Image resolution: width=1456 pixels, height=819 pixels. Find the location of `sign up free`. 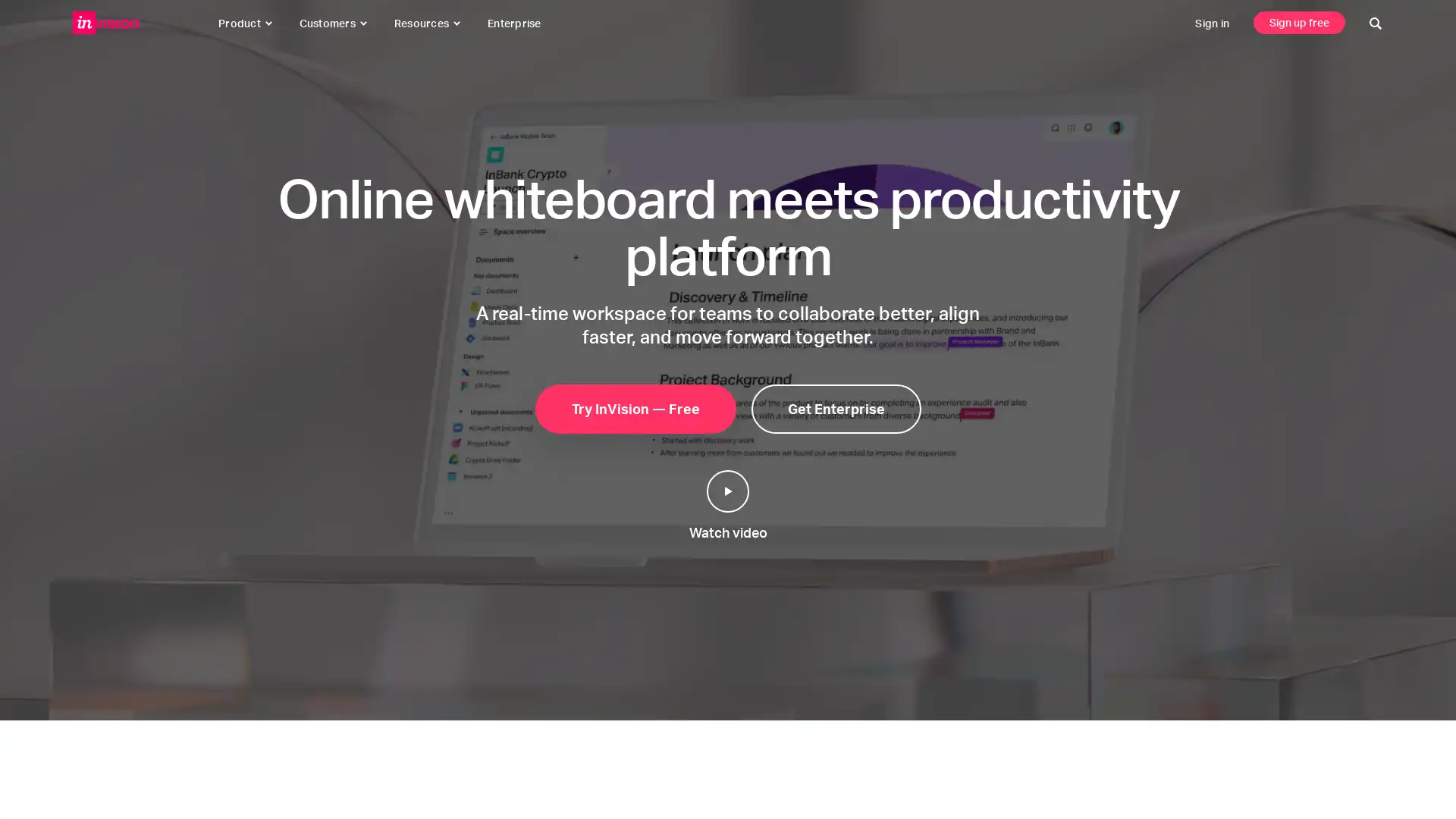

sign up free is located at coordinates (1298, 22).